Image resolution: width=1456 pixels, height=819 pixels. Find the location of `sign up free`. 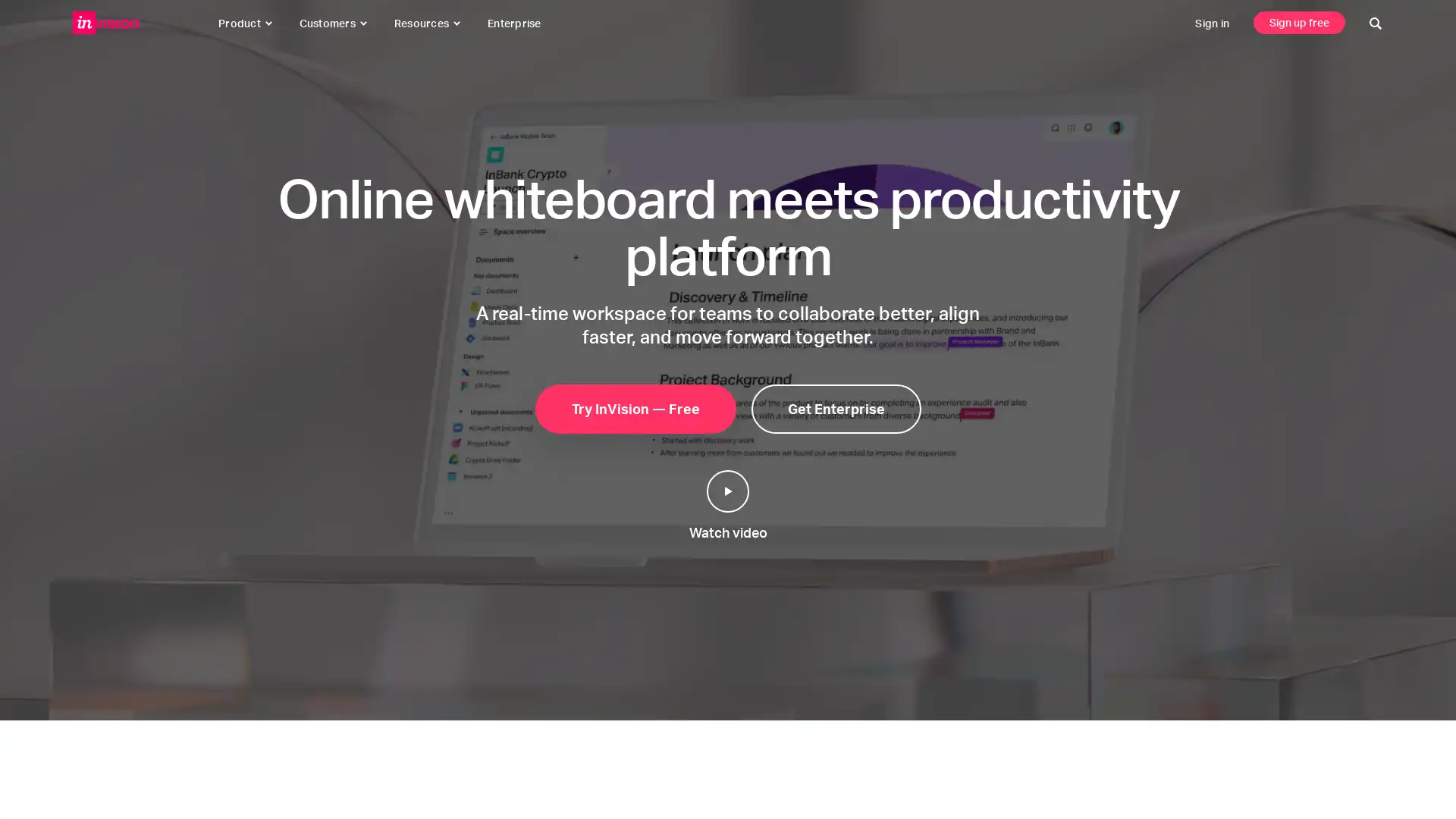

sign up free is located at coordinates (1298, 22).